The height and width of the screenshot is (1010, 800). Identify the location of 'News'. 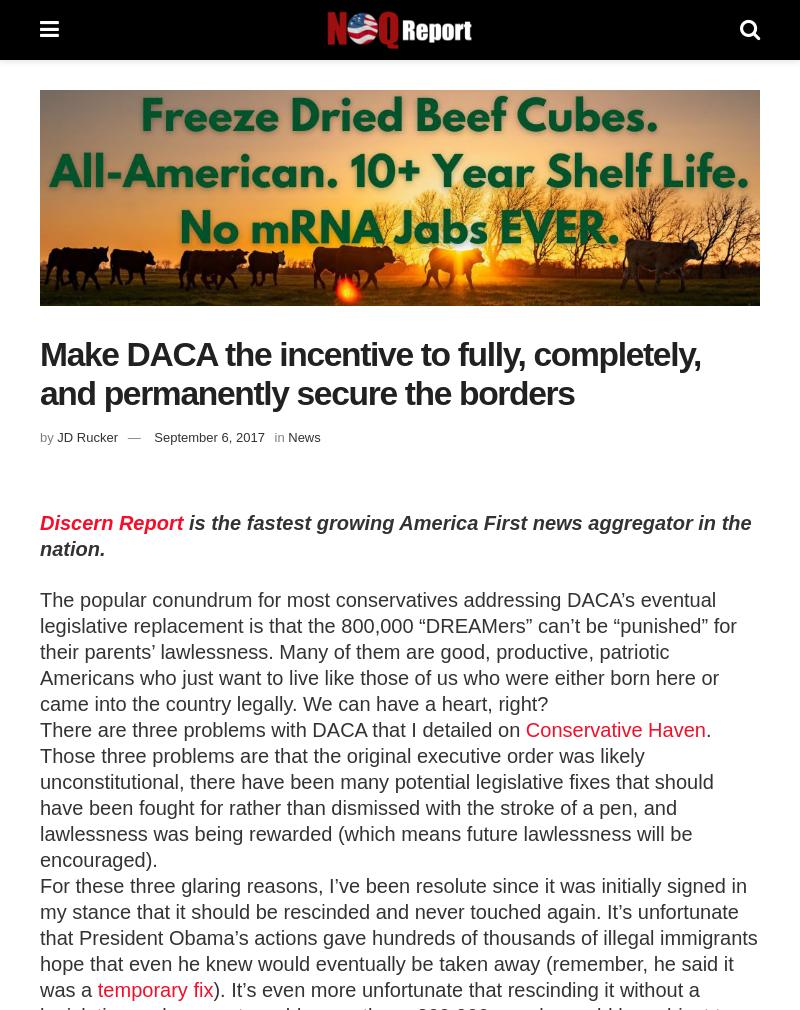
(303, 436).